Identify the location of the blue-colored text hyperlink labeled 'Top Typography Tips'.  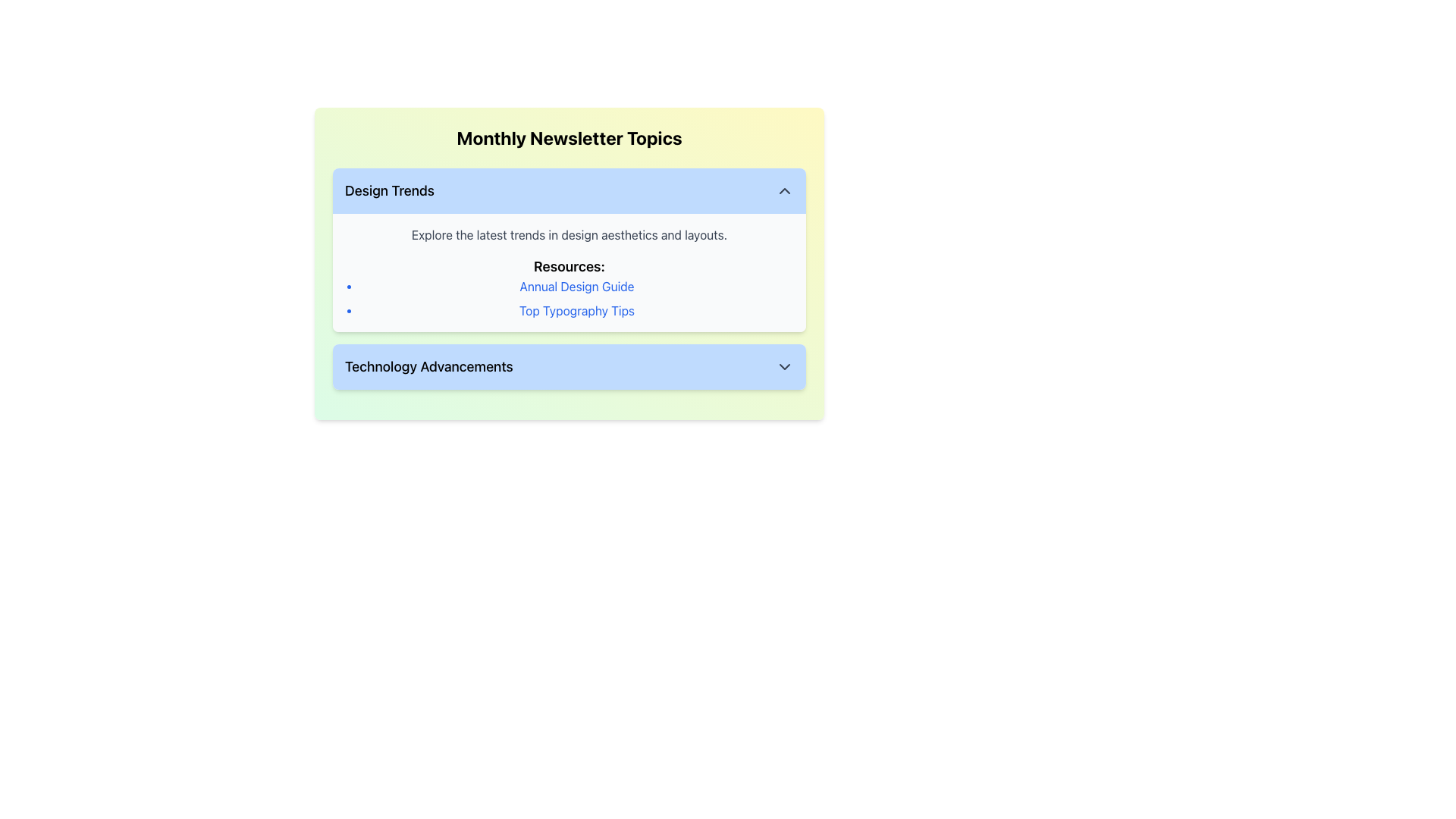
(576, 309).